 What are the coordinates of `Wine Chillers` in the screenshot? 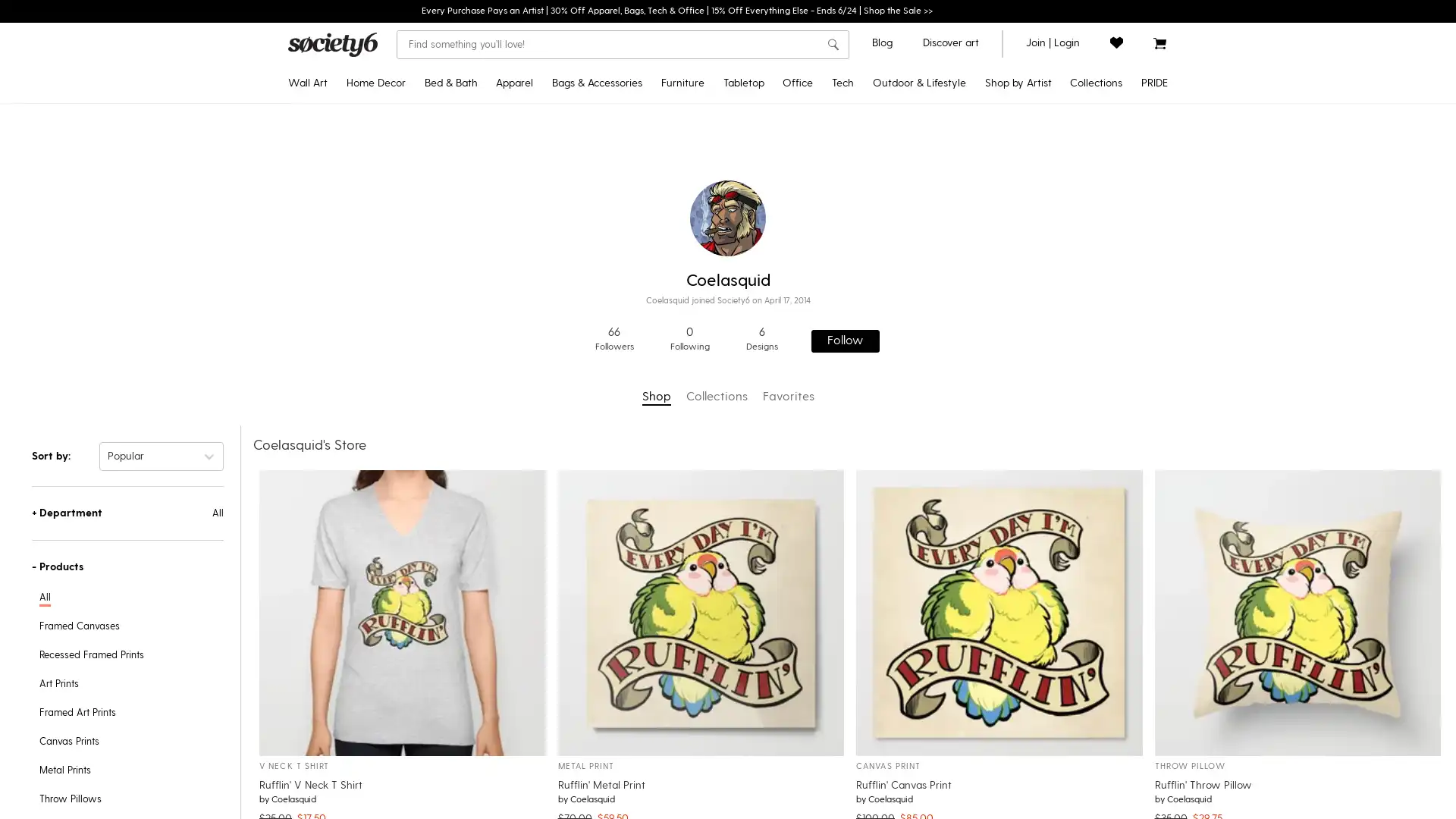 It's located at (771, 292).